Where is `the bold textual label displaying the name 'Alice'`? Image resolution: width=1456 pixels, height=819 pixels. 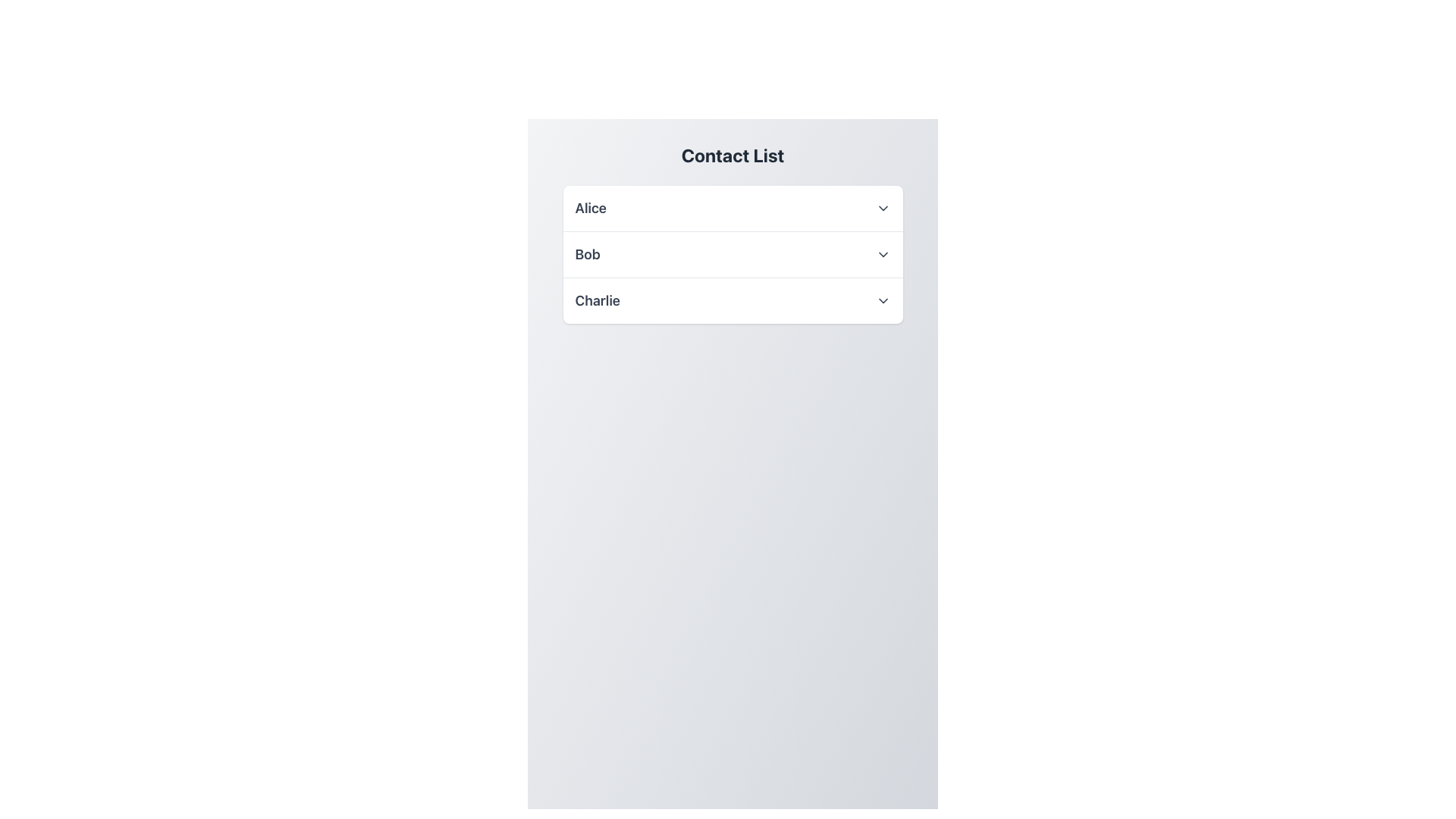
the bold textual label displaying the name 'Alice' is located at coordinates (590, 208).